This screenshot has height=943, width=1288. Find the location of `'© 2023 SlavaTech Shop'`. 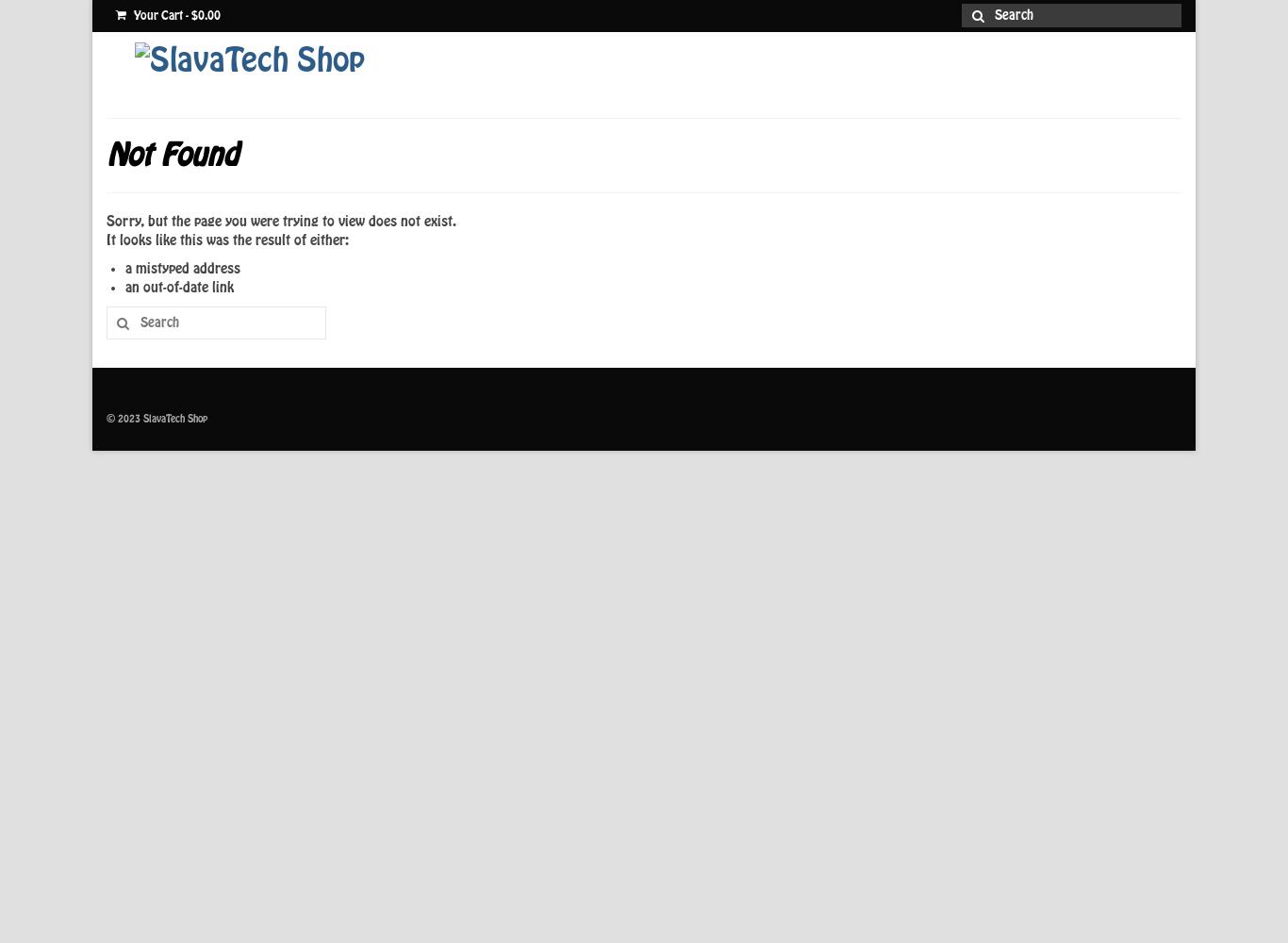

'© 2023 SlavaTech Shop' is located at coordinates (156, 418).